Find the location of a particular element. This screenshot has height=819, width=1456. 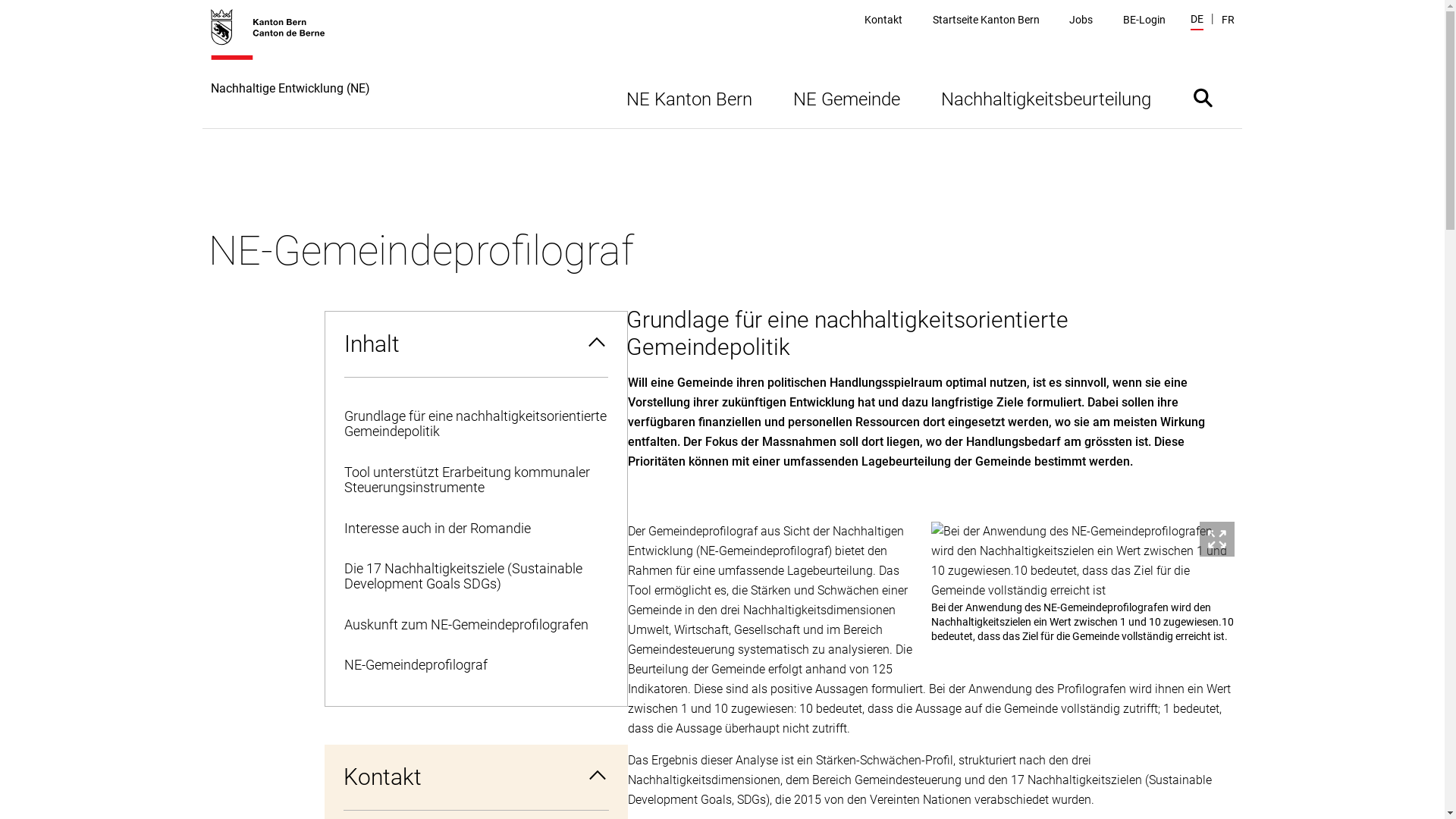

'Suche ein- oder ausblenden' is located at coordinates (1201, 97).